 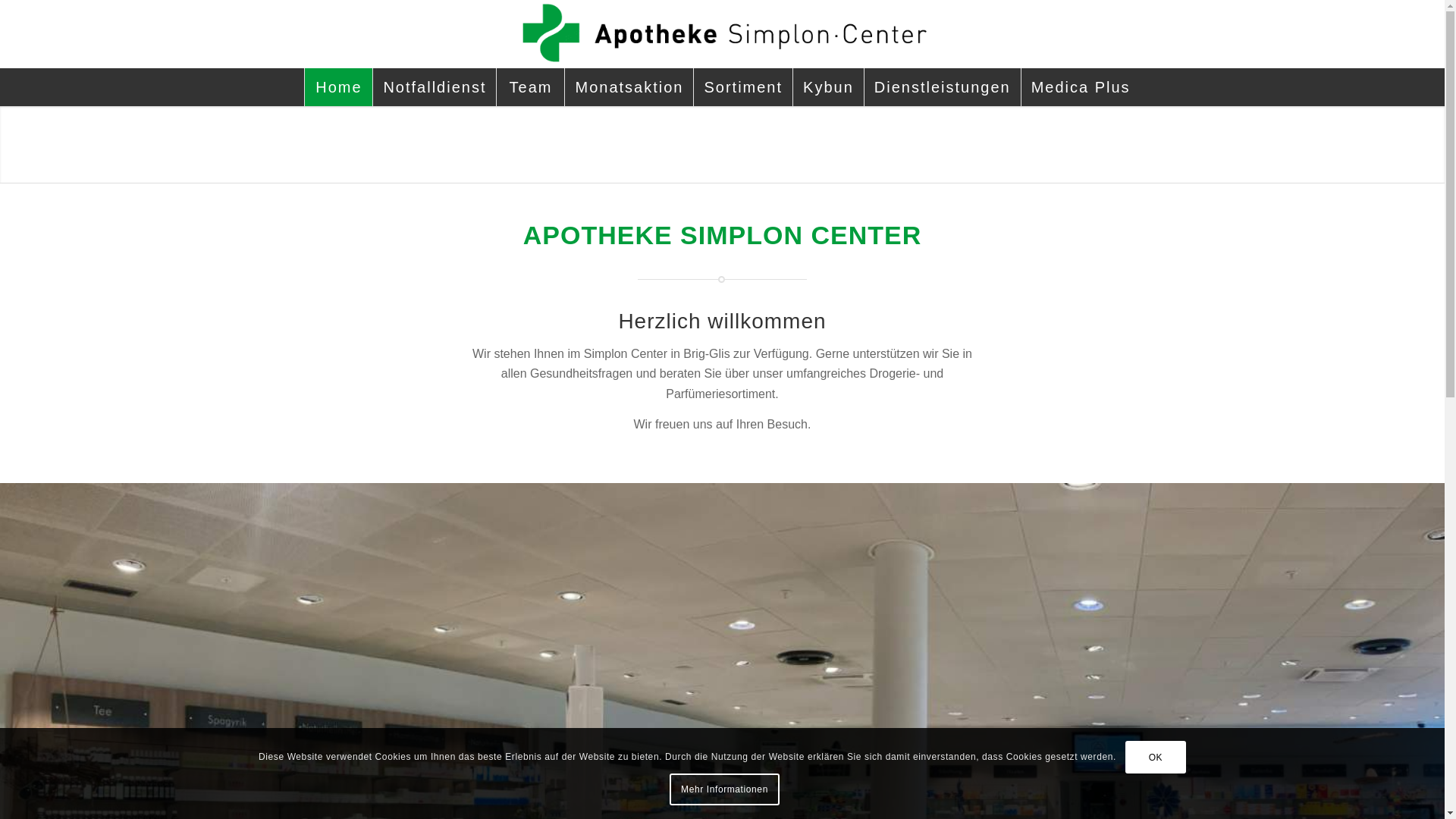 What do you see at coordinates (669, 789) in the screenshot?
I see `'Mehr Informationen'` at bounding box center [669, 789].